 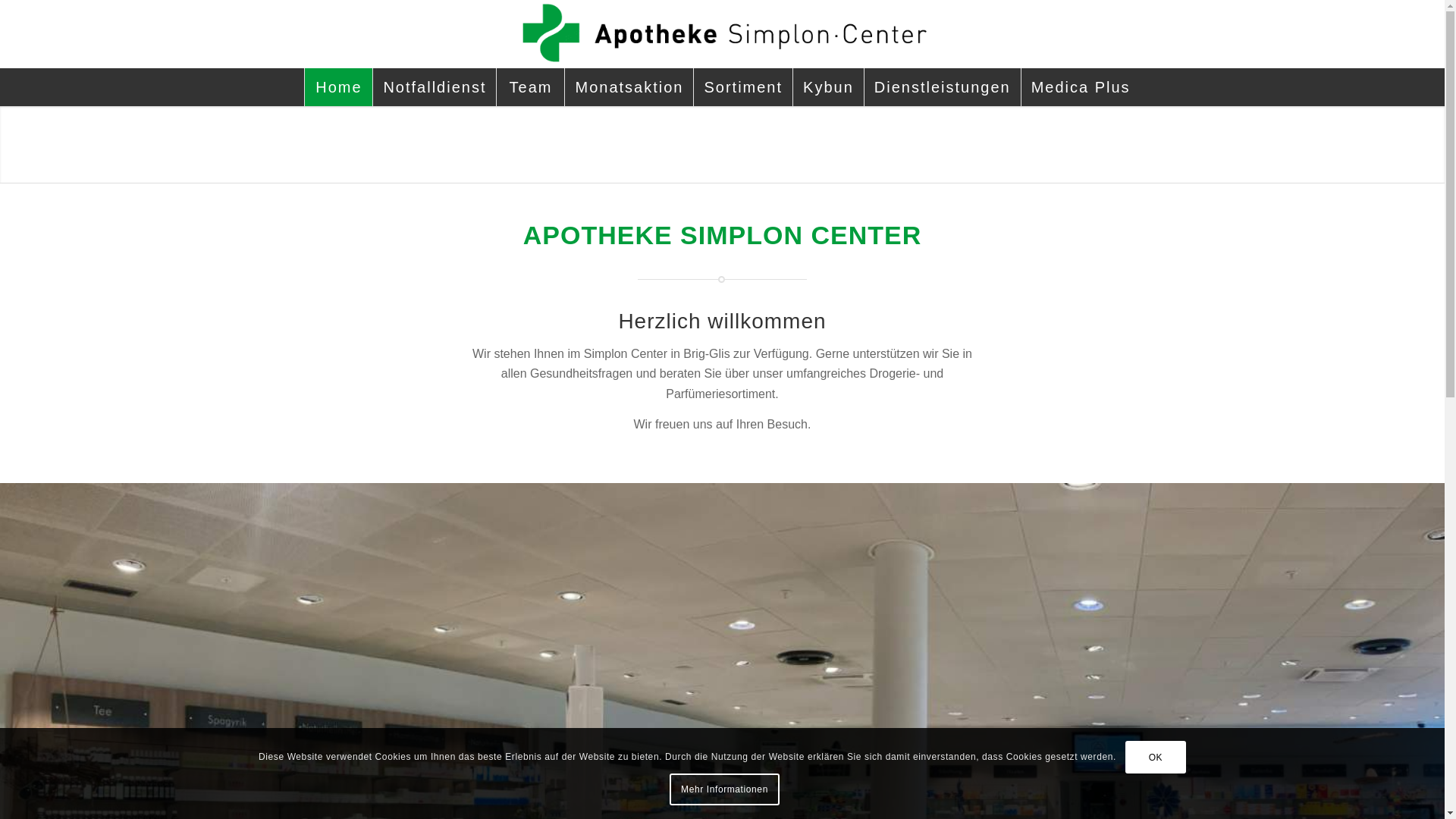 What do you see at coordinates (669, 789) in the screenshot?
I see `'Mehr Informationen'` at bounding box center [669, 789].